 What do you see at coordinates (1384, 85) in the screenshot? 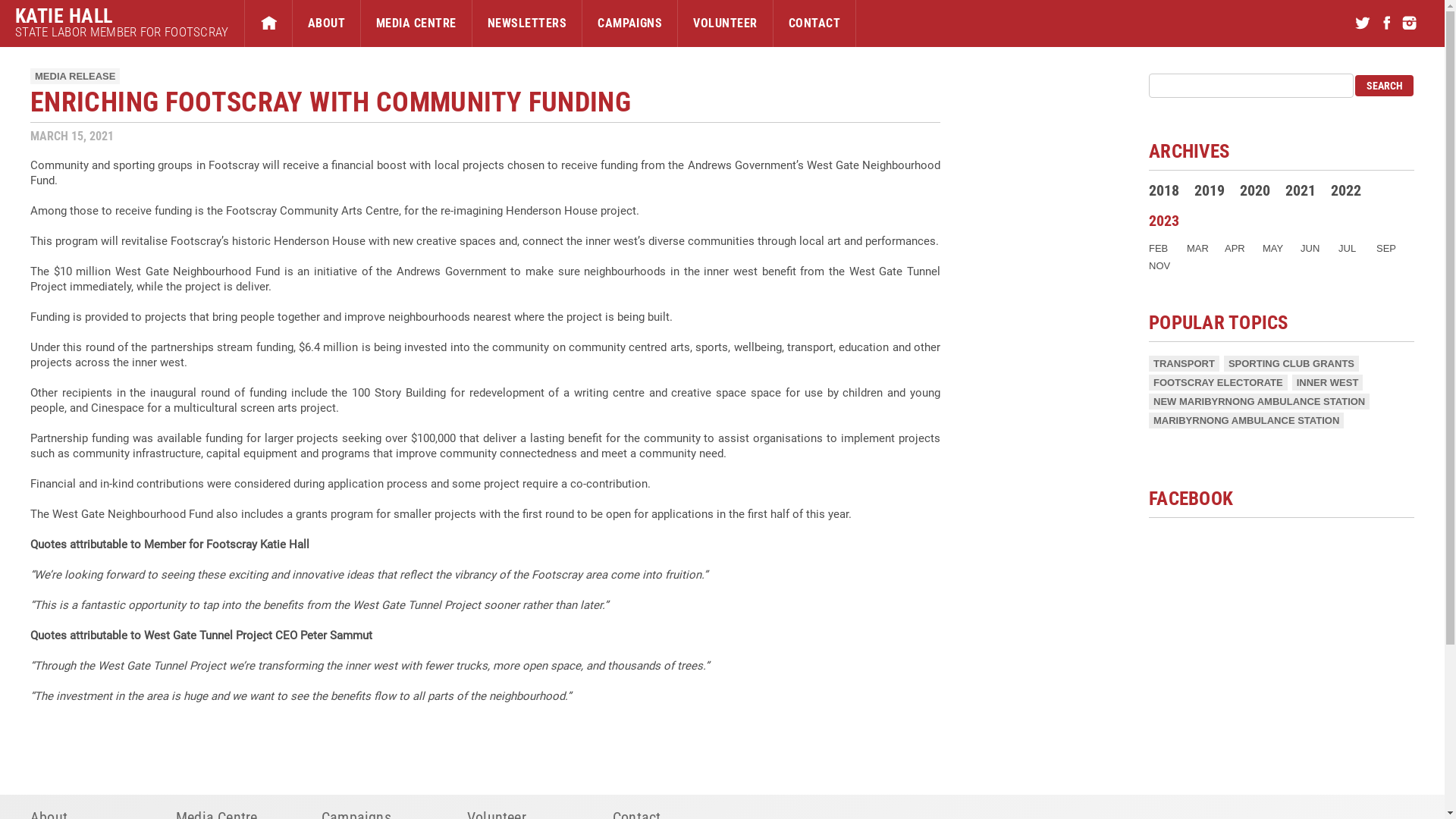
I see `'search'` at bounding box center [1384, 85].